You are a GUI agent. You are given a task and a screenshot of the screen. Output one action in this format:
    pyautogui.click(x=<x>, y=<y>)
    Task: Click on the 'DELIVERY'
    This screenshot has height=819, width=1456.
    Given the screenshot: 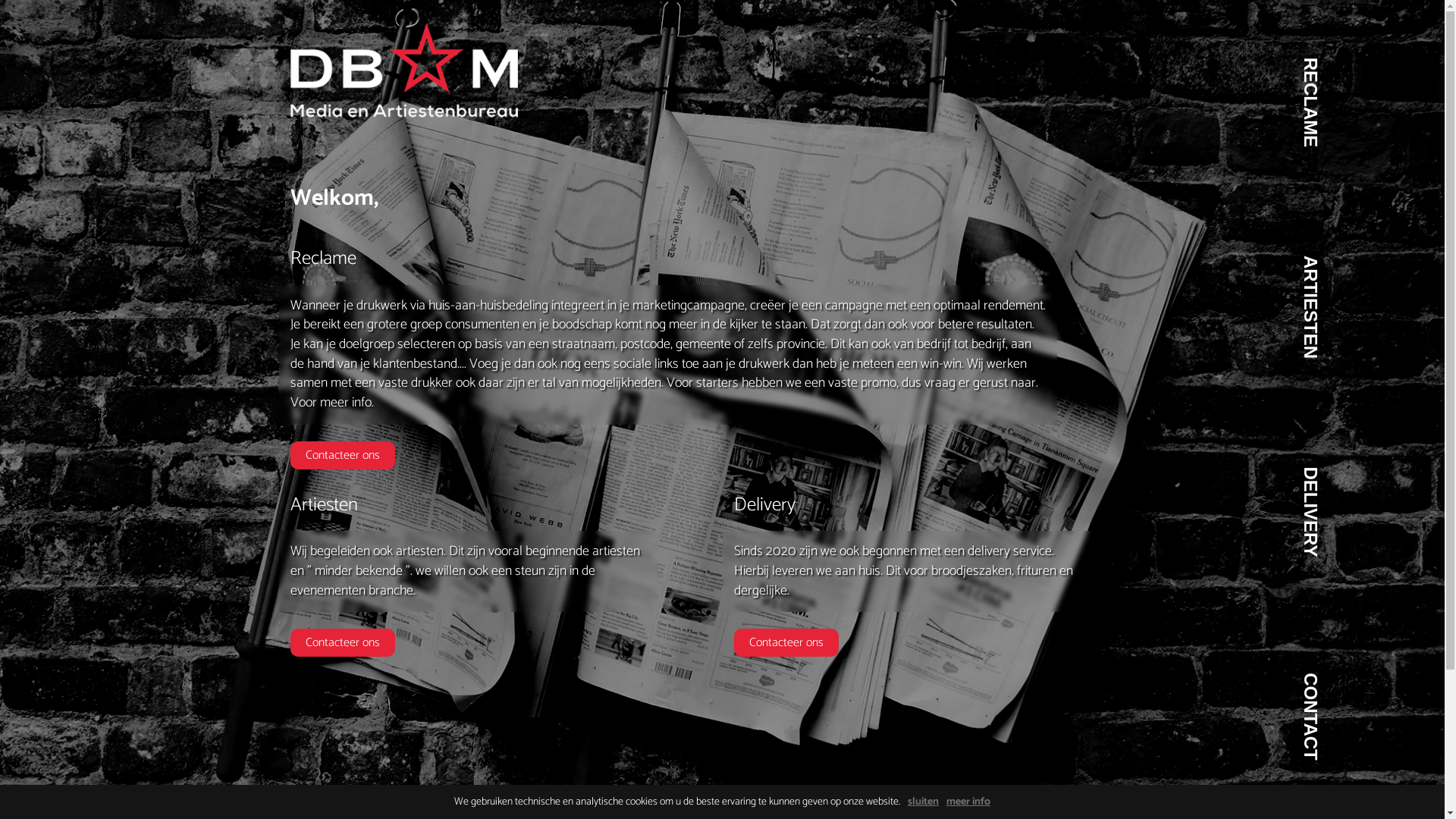 What is the action you would take?
    pyautogui.click(x=1341, y=479)
    